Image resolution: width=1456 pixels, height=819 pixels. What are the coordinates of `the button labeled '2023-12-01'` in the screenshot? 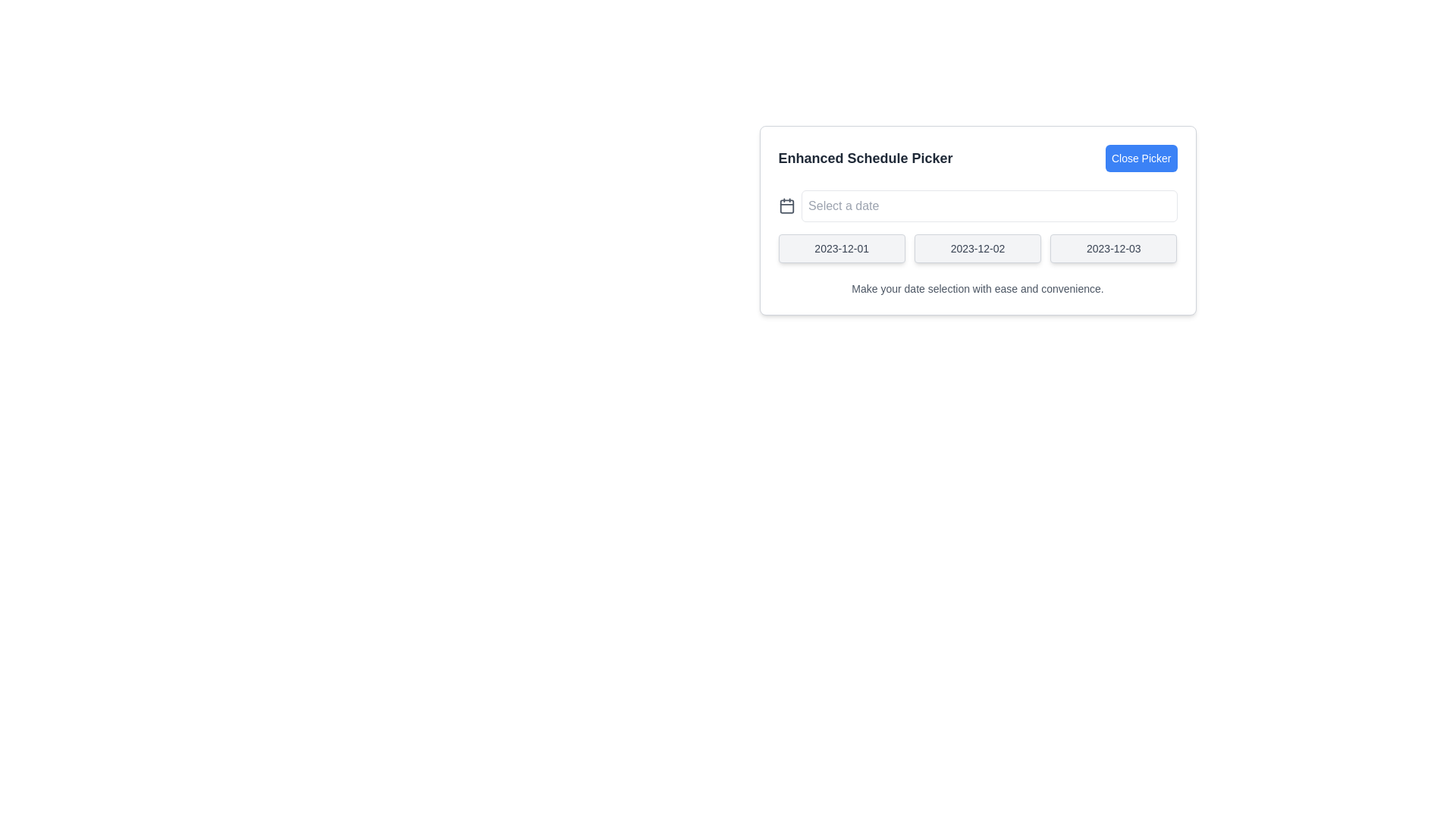 It's located at (840, 247).